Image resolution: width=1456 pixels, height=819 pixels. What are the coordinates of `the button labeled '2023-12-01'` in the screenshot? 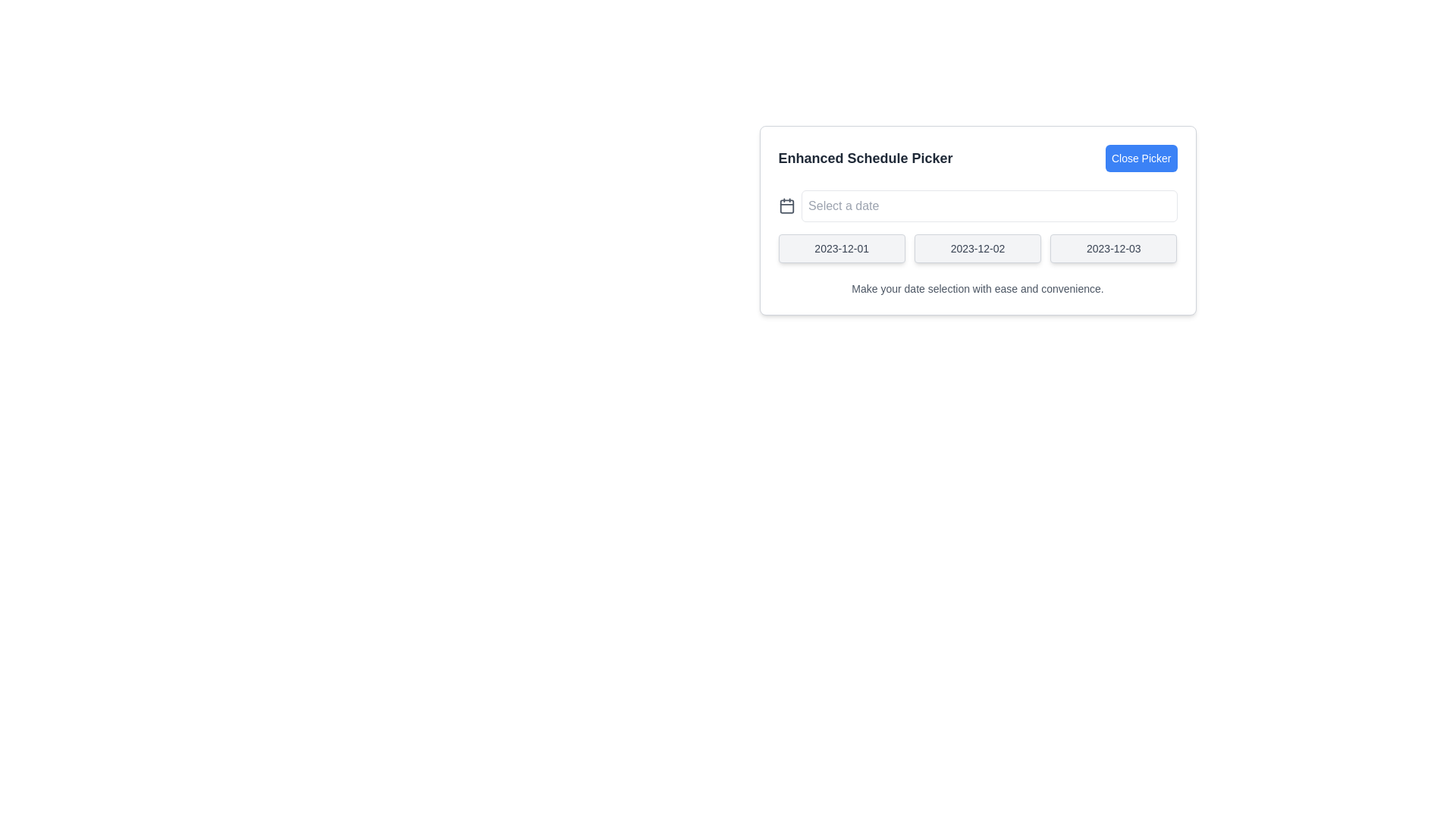 It's located at (840, 247).